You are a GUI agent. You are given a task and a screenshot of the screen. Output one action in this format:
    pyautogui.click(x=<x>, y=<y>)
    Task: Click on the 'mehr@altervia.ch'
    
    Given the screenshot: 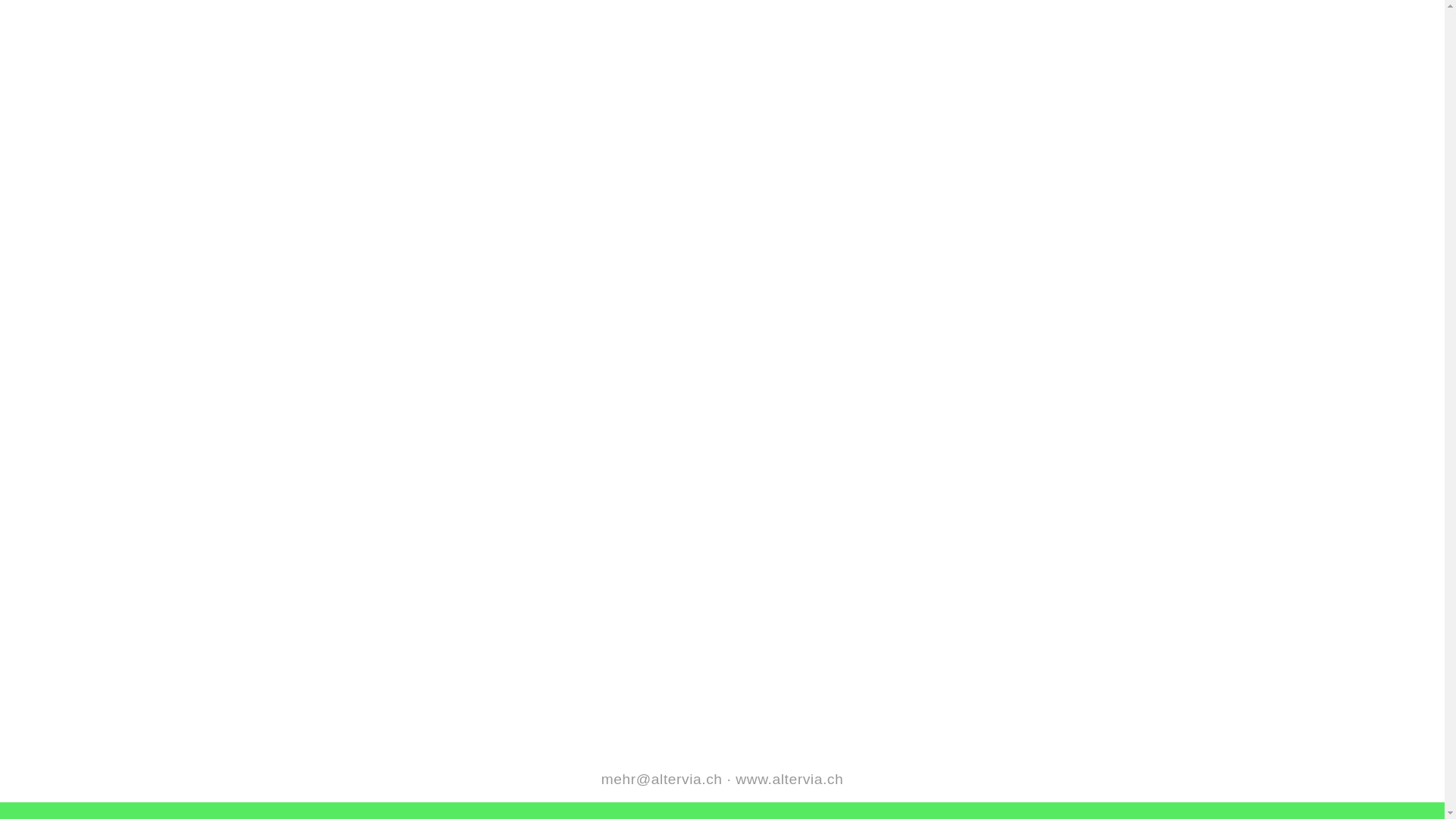 What is the action you would take?
    pyautogui.click(x=662, y=779)
    